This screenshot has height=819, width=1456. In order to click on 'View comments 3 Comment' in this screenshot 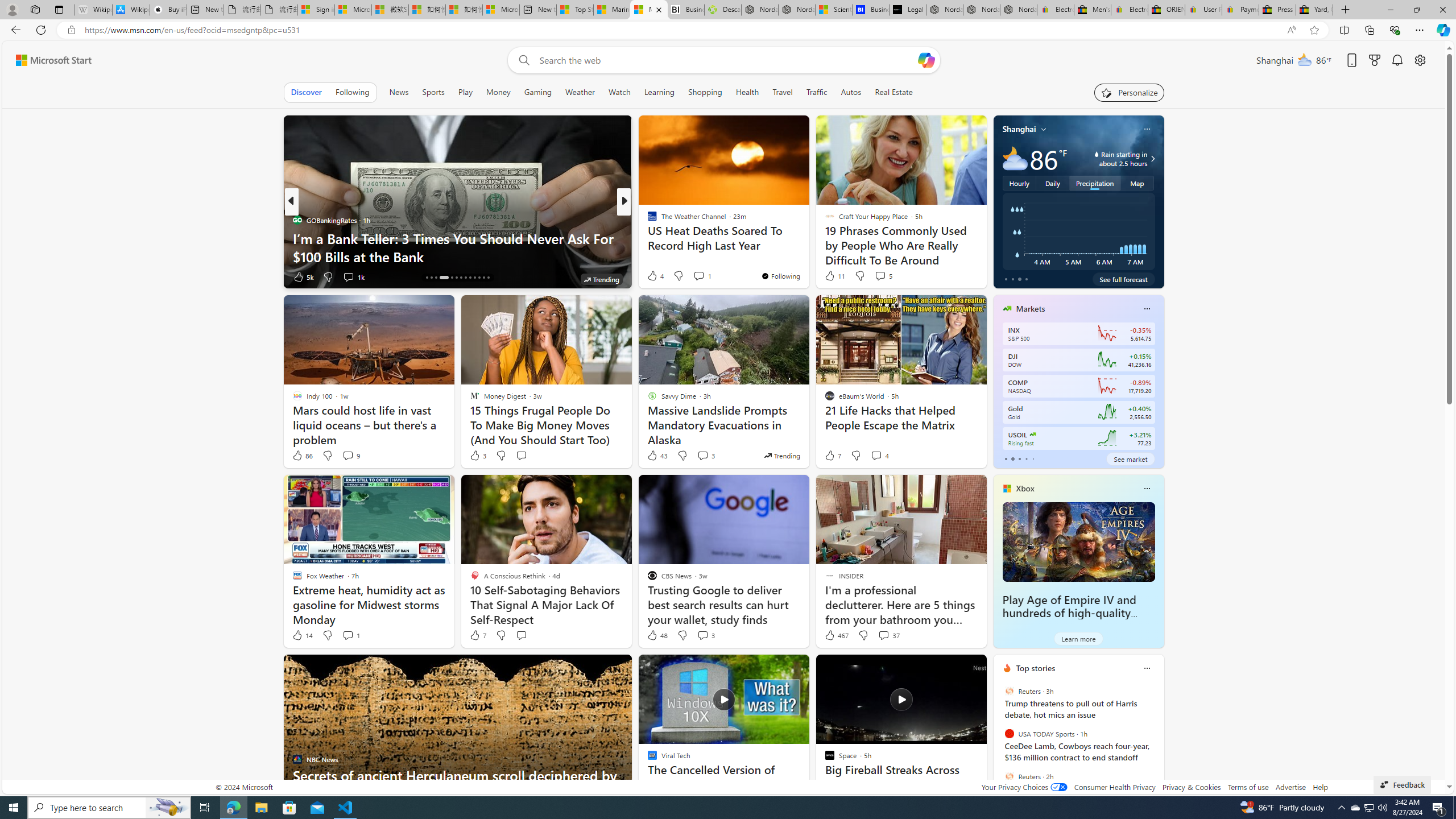, I will do `click(705, 634)`.